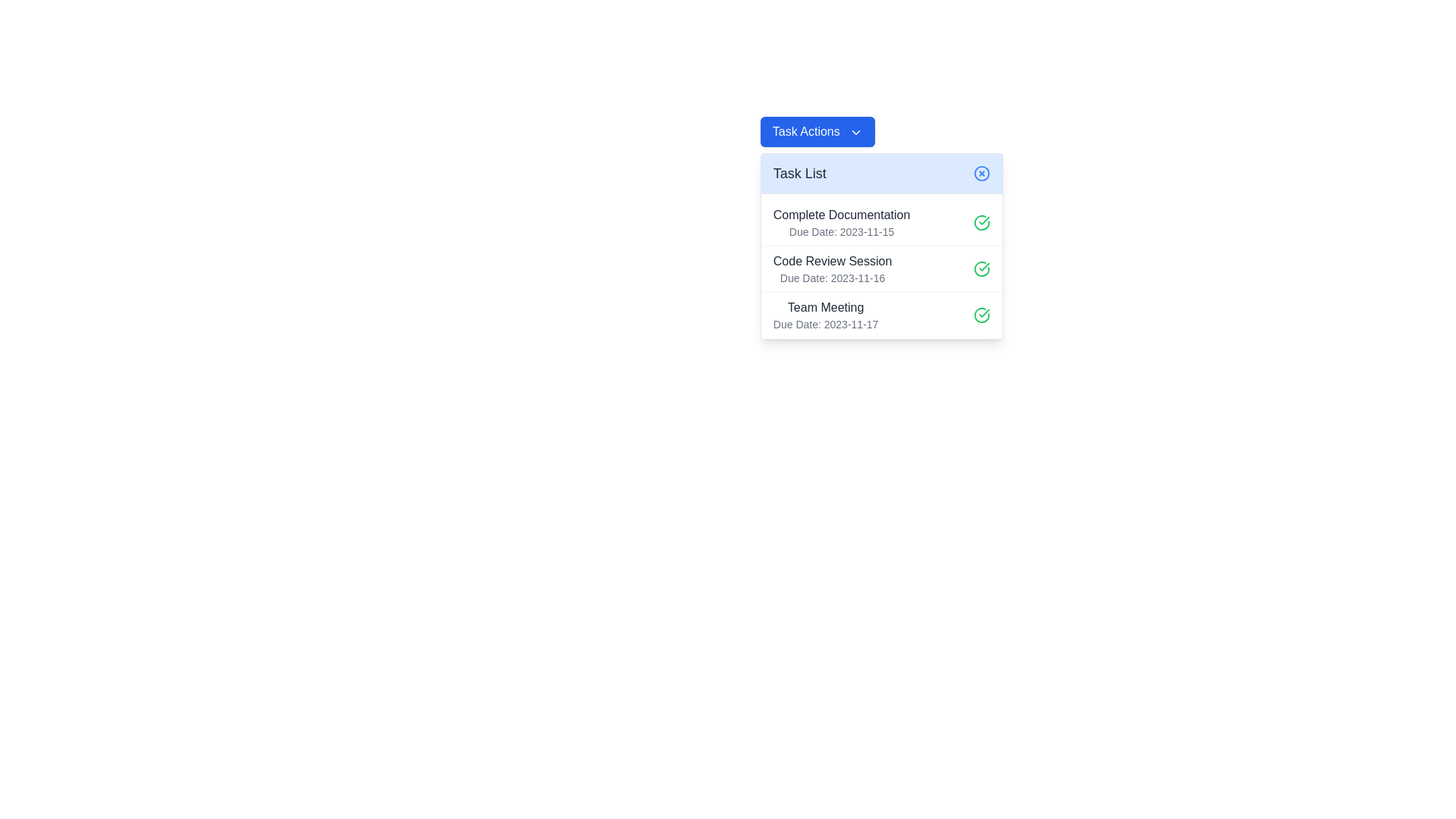 Image resolution: width=1456 pixels, height=819 pixels. Describe the element at coordinates (856, 131) in the screenshot. I see `chevron icon indicating dropdown options located within the 'Task Actions' button, positioned to the right of the text` at that location.